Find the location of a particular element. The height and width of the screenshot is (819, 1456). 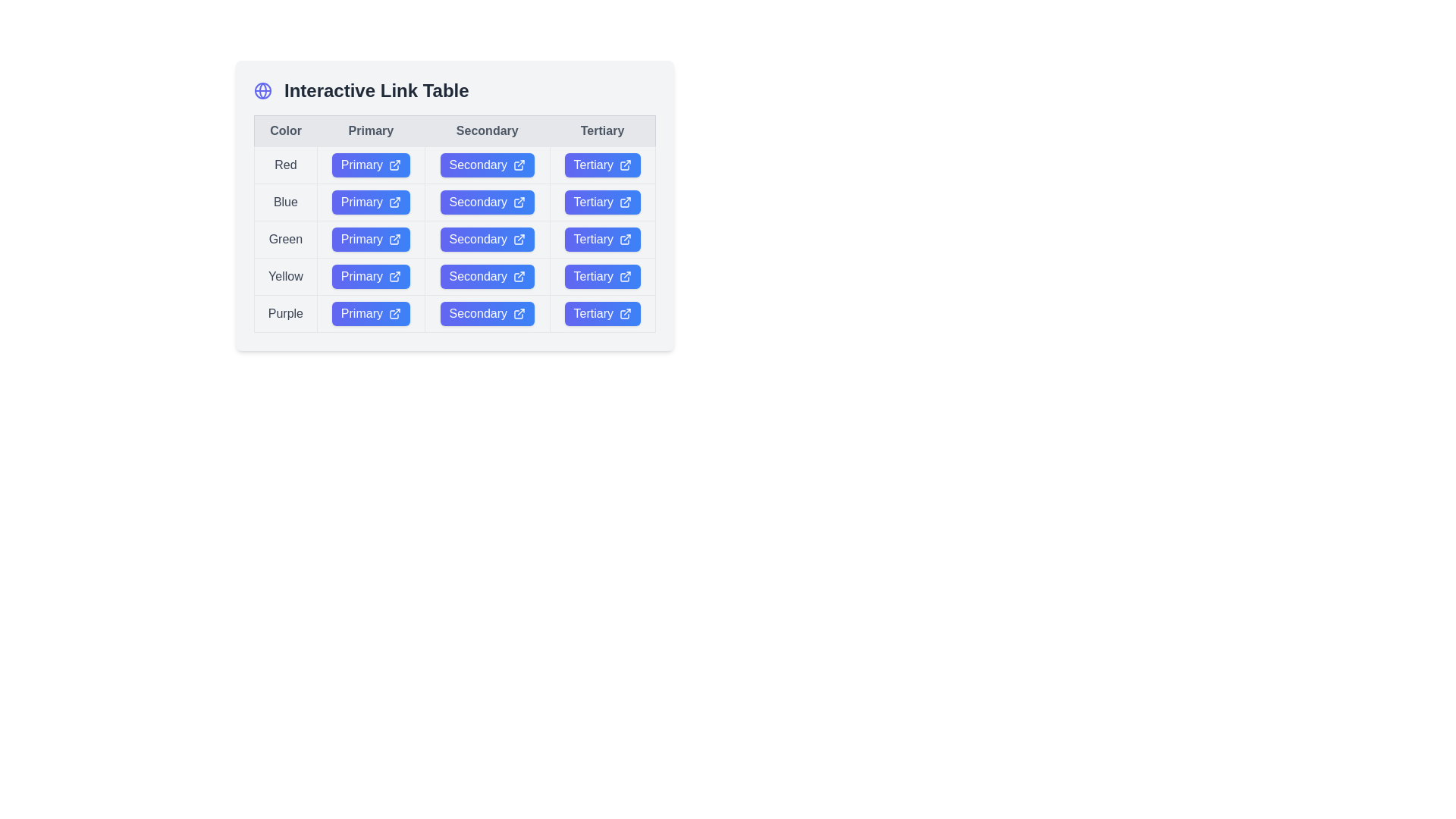

the text label displaying 'Primary' in white font, located in the second row of the table under the column labeled 'Primary' is located at coordinates (361, 201).